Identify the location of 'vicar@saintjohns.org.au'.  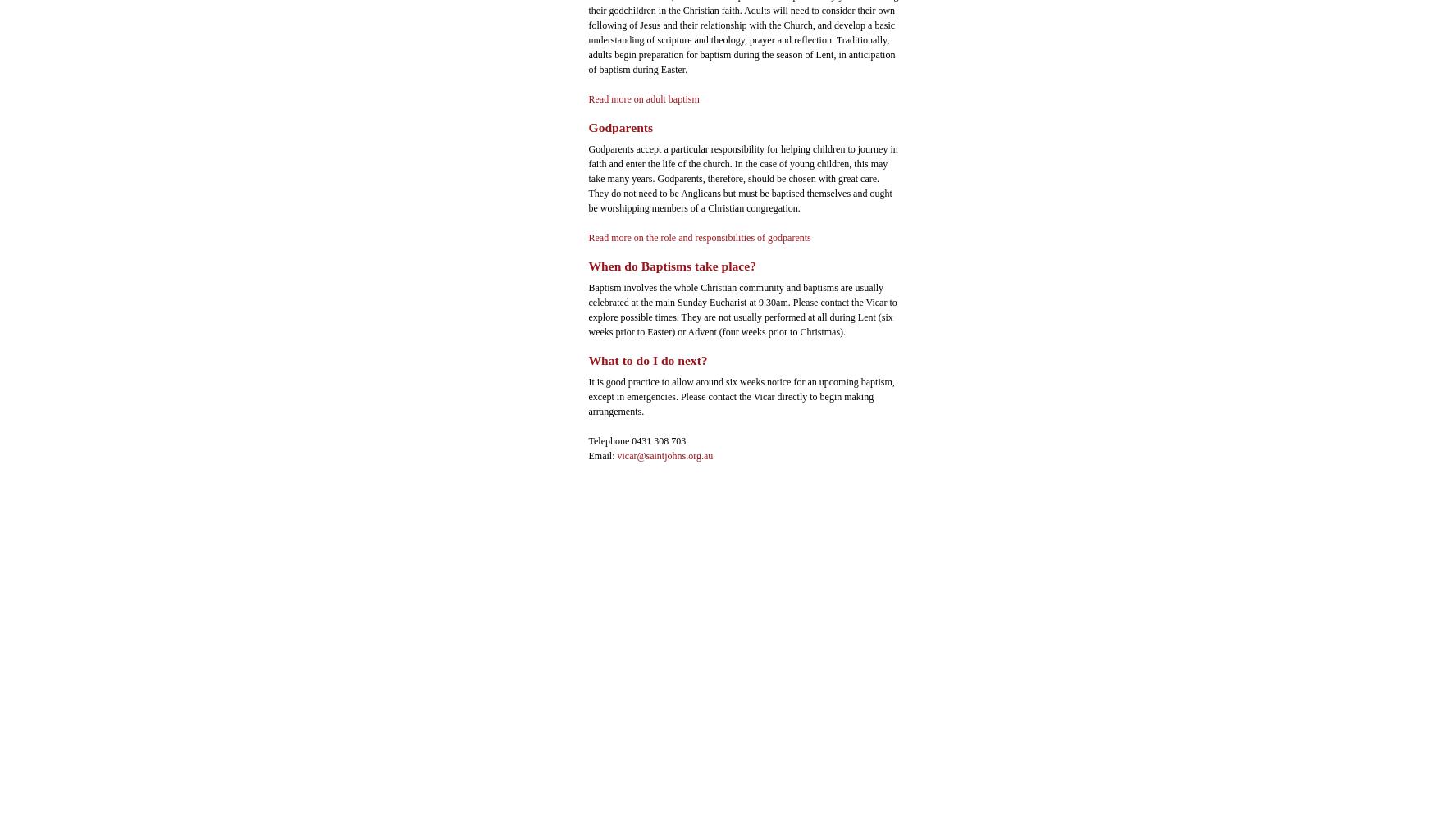
(665, 455).